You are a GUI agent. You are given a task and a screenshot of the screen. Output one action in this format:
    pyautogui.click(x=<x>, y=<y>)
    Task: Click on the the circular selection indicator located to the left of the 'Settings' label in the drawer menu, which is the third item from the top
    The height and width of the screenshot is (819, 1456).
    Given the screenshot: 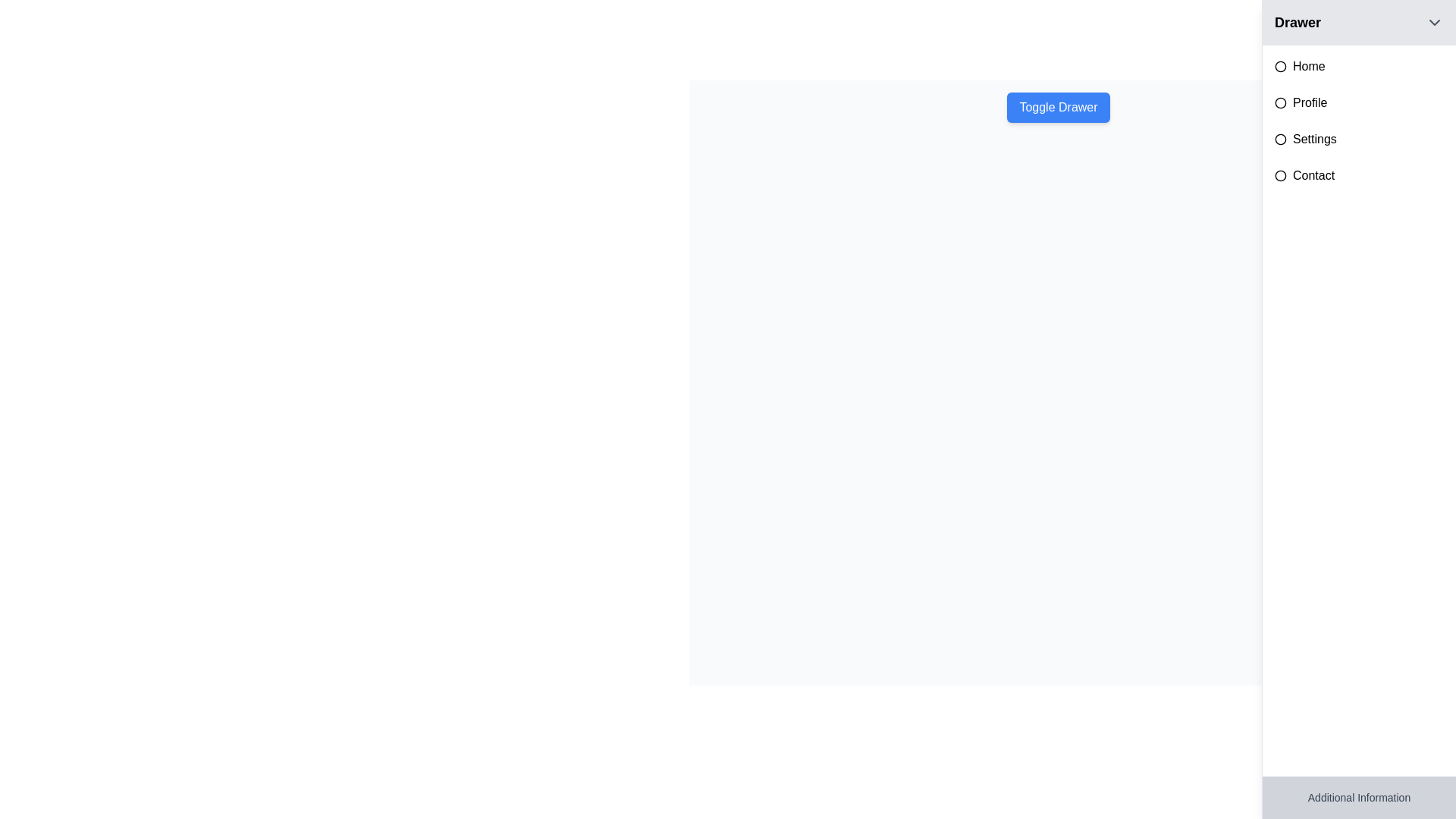 What is the action you would take?
    pyautogui.click(x=1280, y=140)
    